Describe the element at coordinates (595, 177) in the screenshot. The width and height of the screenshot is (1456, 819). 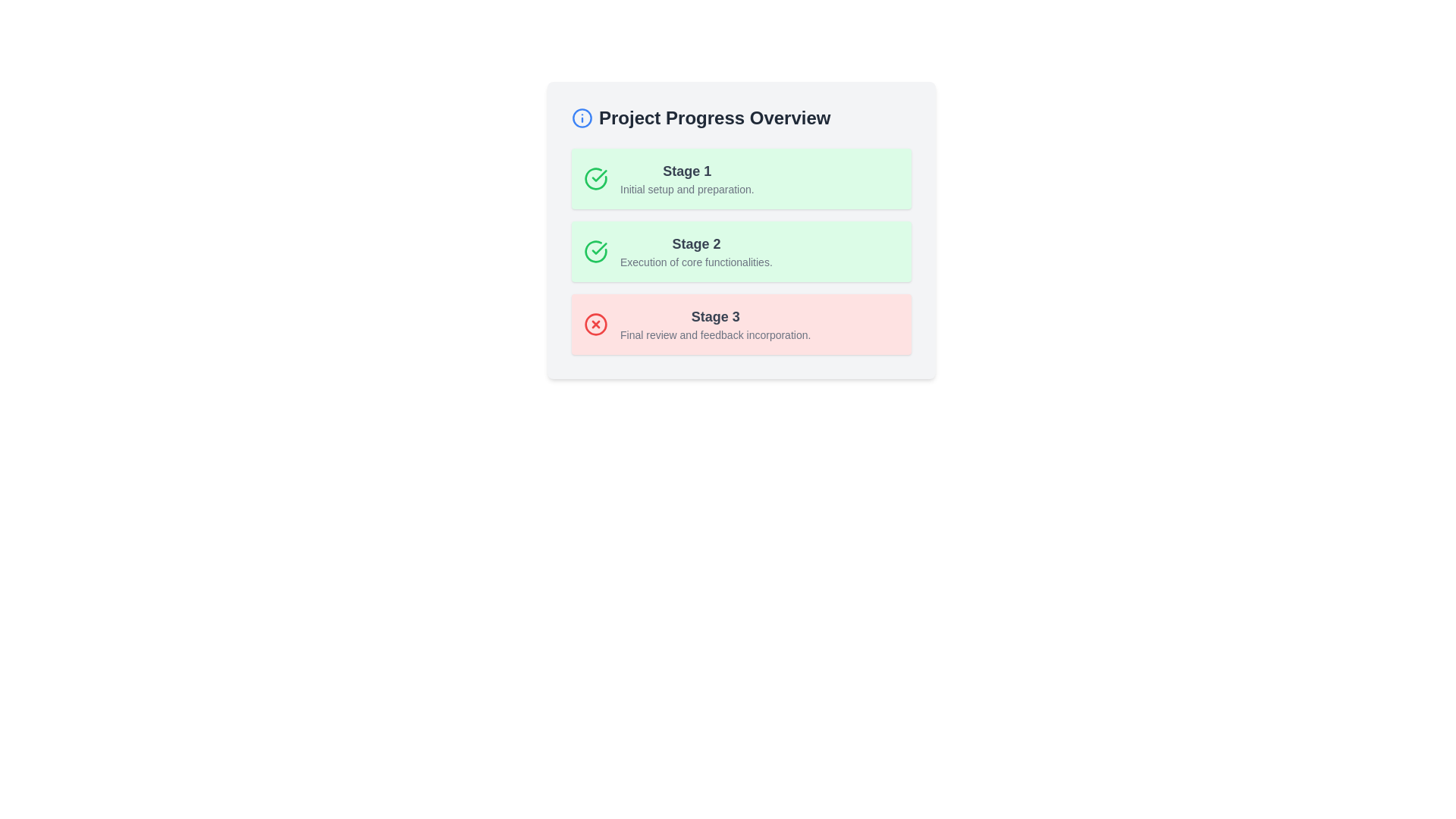
I see `the circular icon with a green checkmark inside, which is located at the top-left corner of the 'Stage 1' card` at that location.